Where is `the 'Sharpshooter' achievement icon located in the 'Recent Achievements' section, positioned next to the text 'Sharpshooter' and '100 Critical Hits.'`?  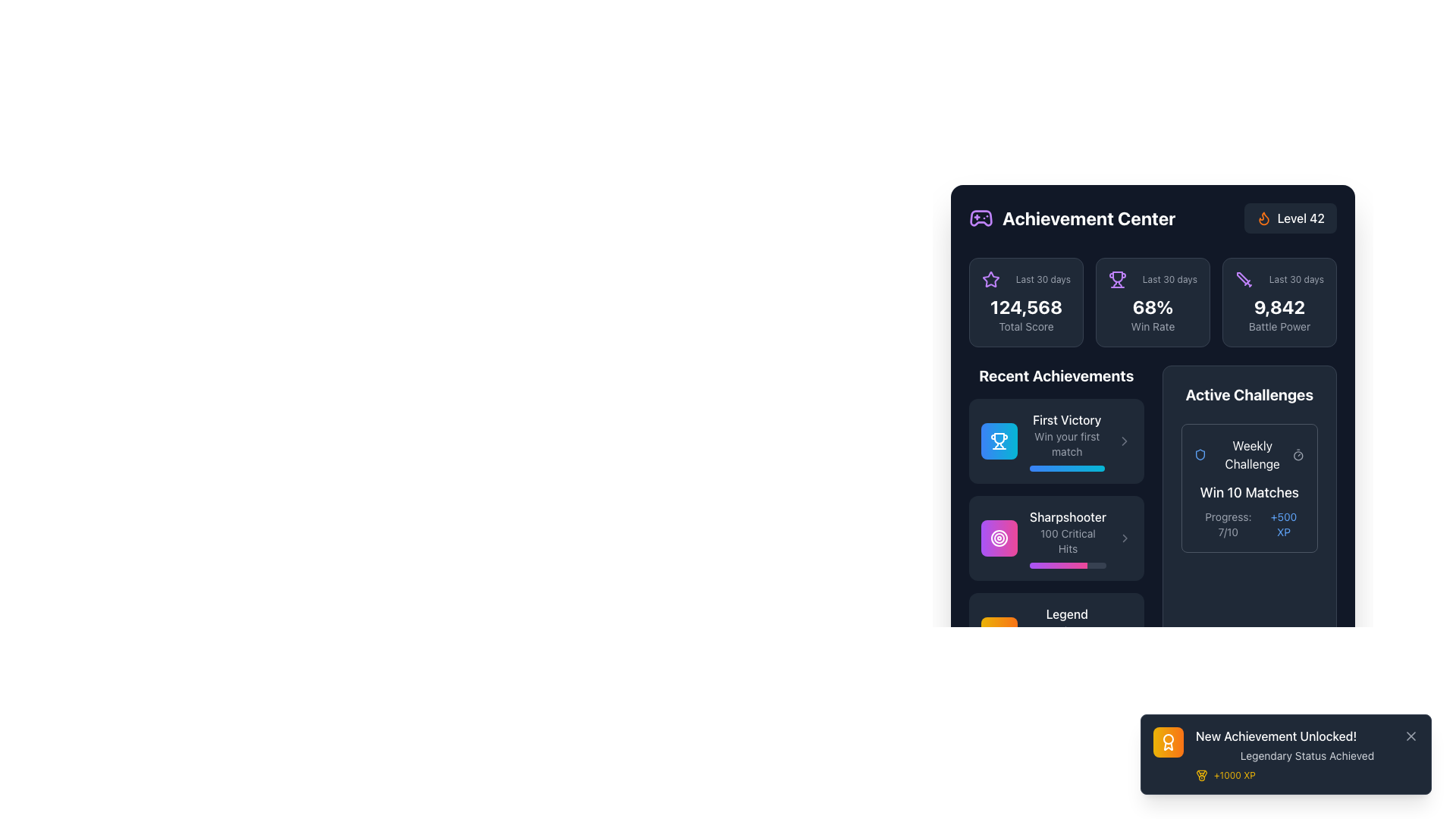
the 'Sharpshooter' achievement icon located in the 'Recent Achievements' section, positioned next to the text 'Sharpshooter' and '100 Critical Hits.' is located at coordinates (999, 537).